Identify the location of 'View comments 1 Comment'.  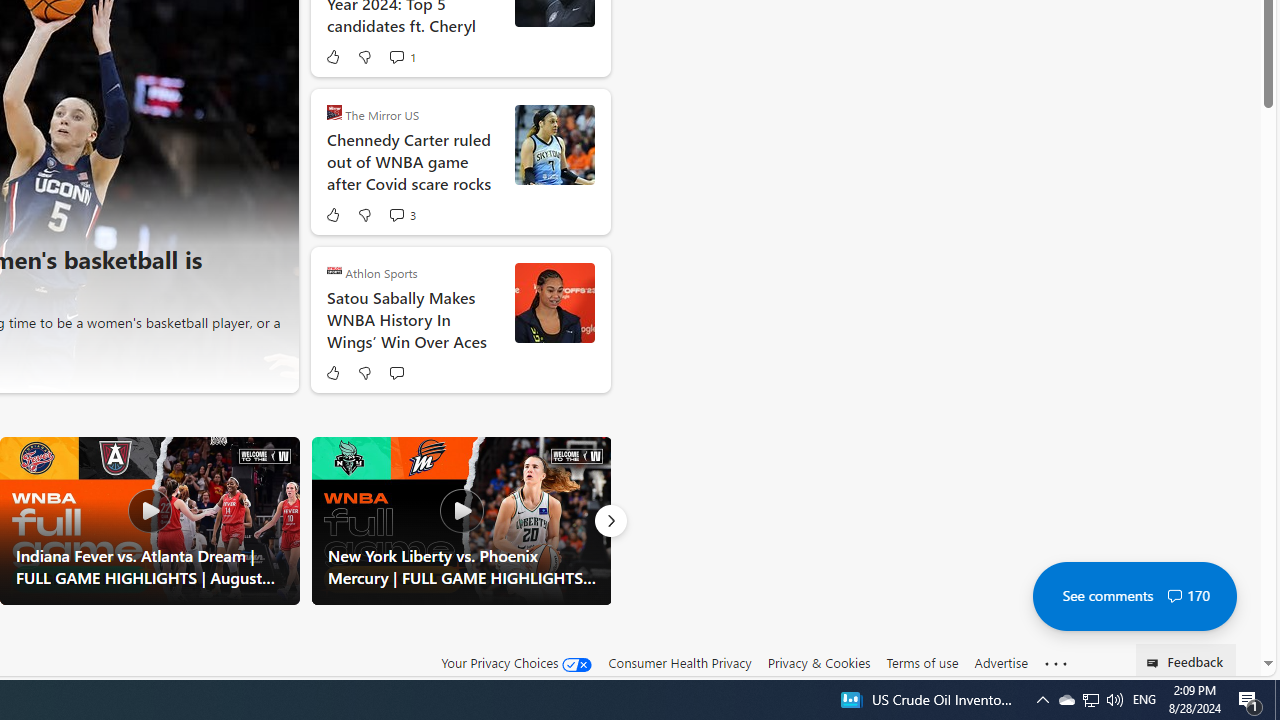
(400, 55).